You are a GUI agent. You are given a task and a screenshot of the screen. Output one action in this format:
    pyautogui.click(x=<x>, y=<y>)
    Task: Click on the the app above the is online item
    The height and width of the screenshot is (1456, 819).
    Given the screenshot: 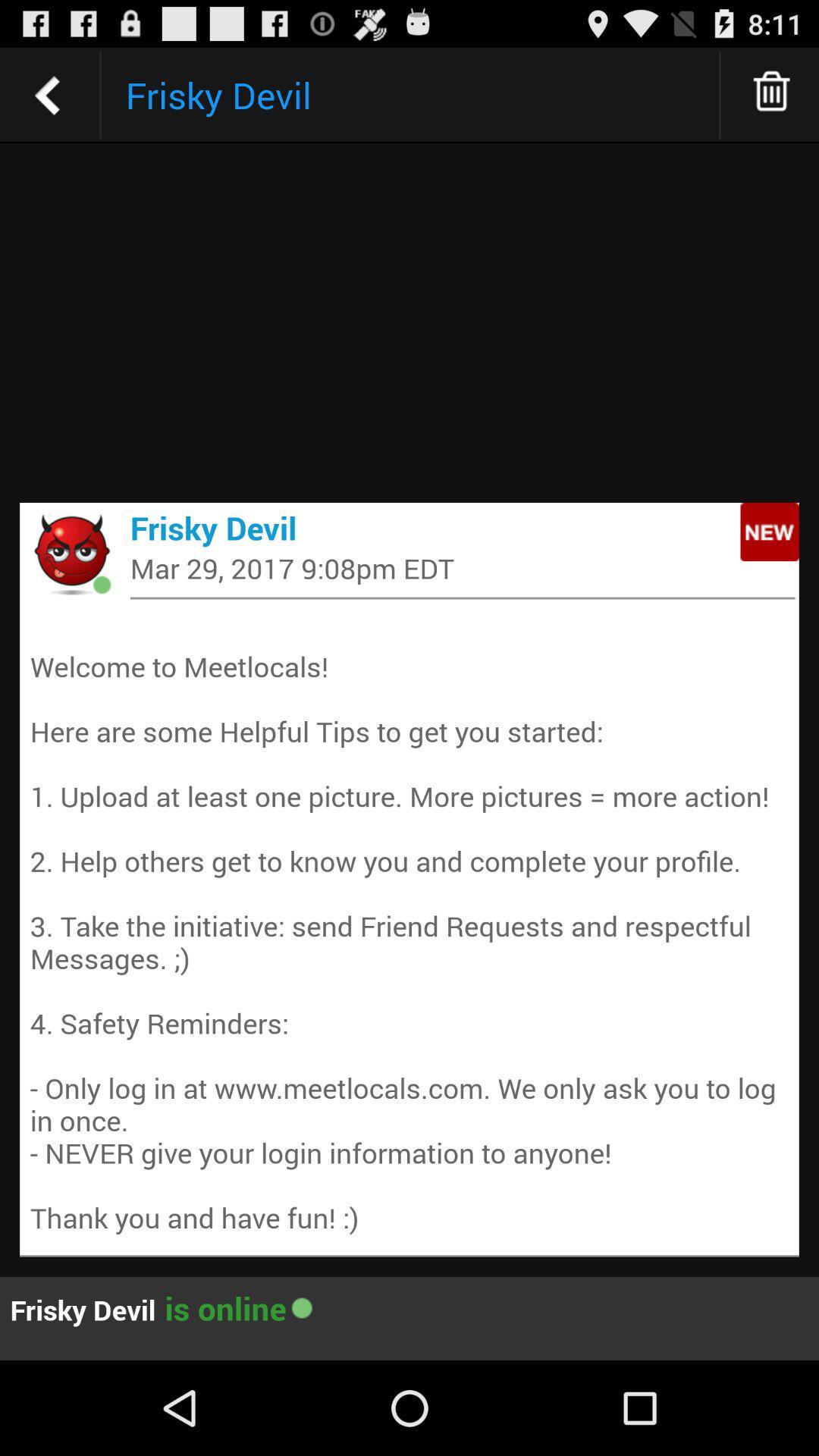 What is the action you would take?
    pyautogui.click(x=409, y=924)
    